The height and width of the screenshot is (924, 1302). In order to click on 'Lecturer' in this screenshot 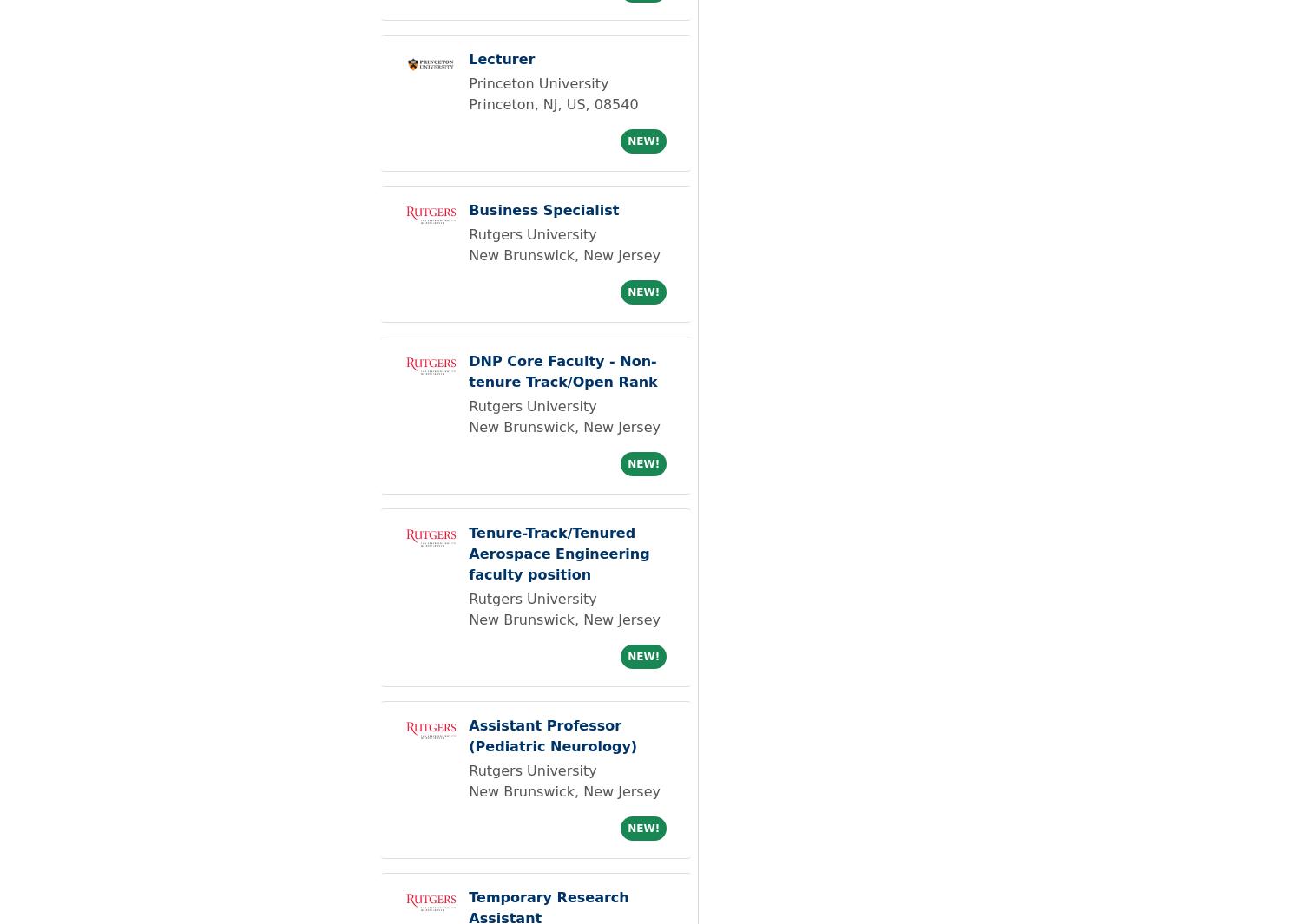, I will do `click(500, 58)`.